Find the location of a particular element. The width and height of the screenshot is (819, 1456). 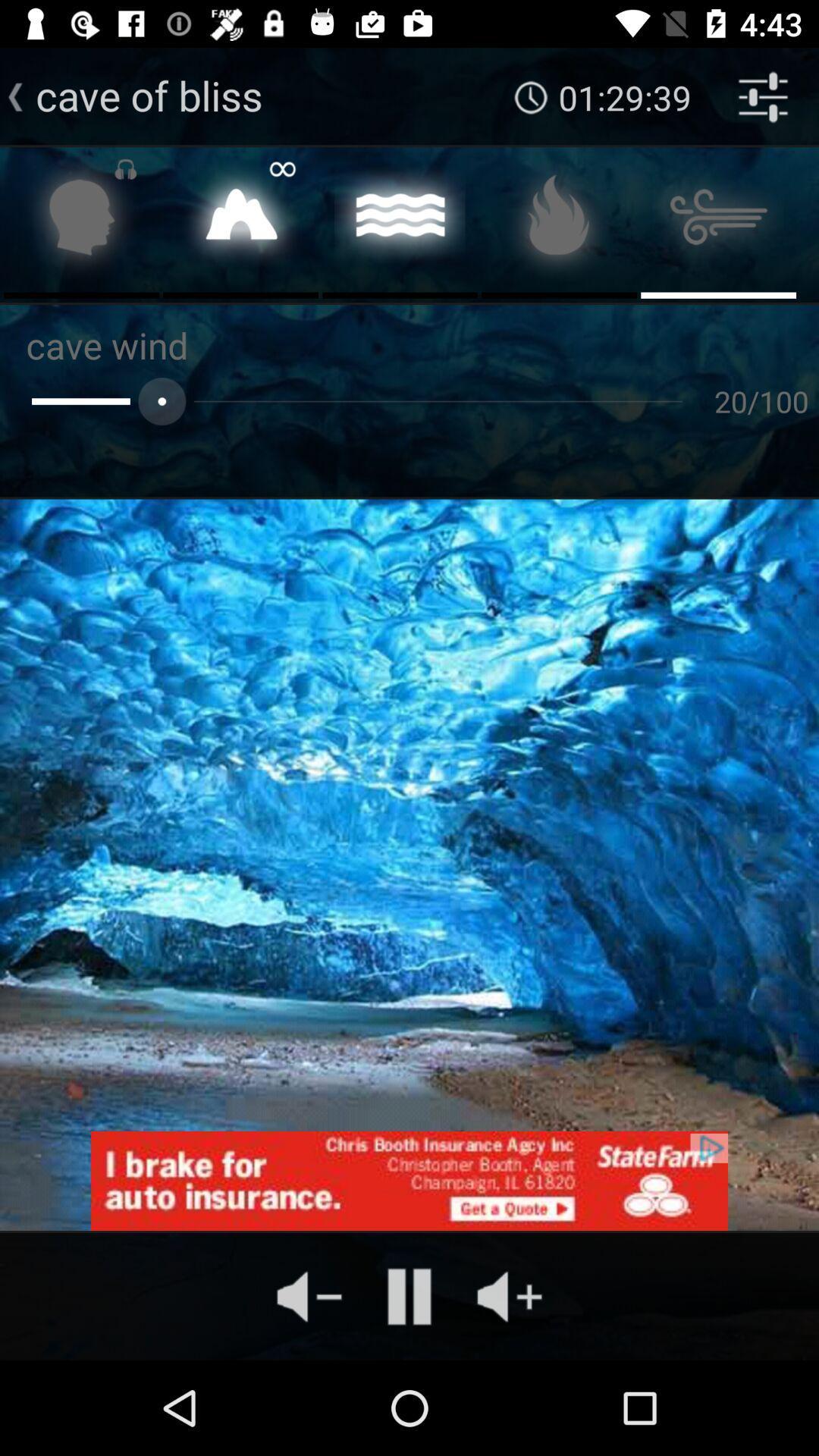

menu is located at coordinates (717, 221).